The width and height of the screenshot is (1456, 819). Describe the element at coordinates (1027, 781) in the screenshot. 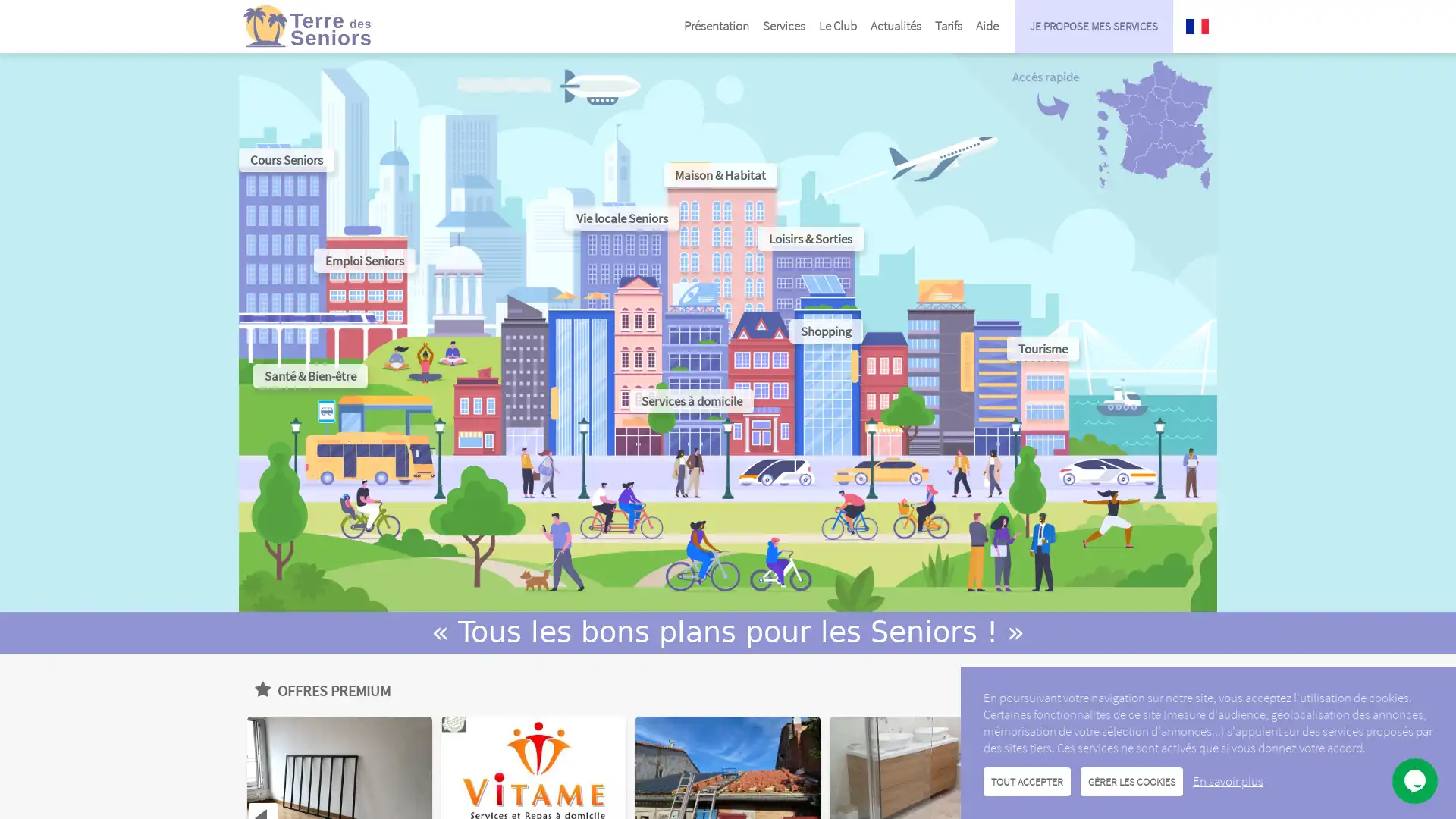

I see `TOUT ACCEPTER` at that location.